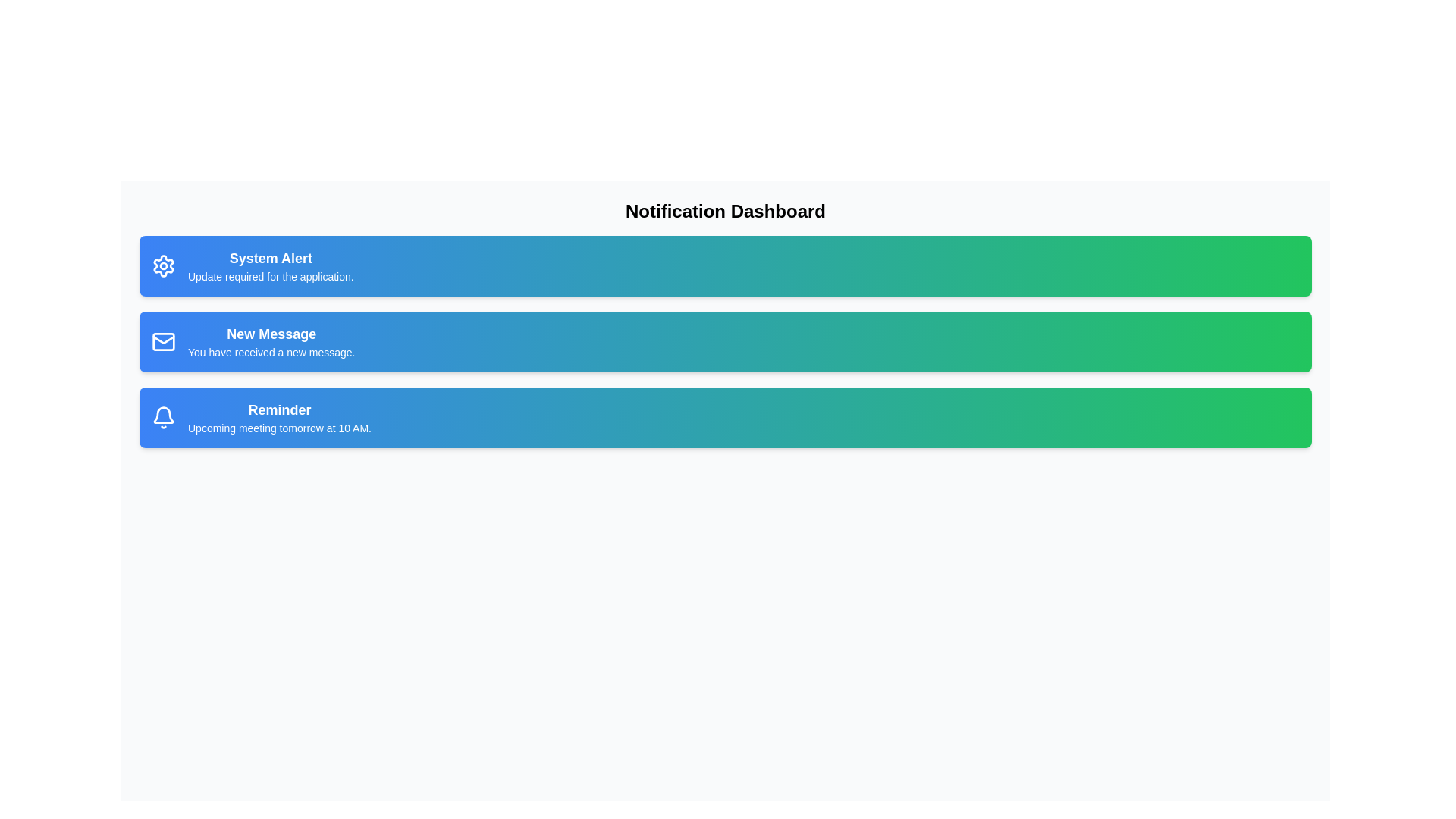 Image resolution: width=1456 pixels, height=819 pixels. Describe the element at coordinates (271, 257) in the screenshot. I see `the title of the notification card labeled 'System Alert'` at that location.